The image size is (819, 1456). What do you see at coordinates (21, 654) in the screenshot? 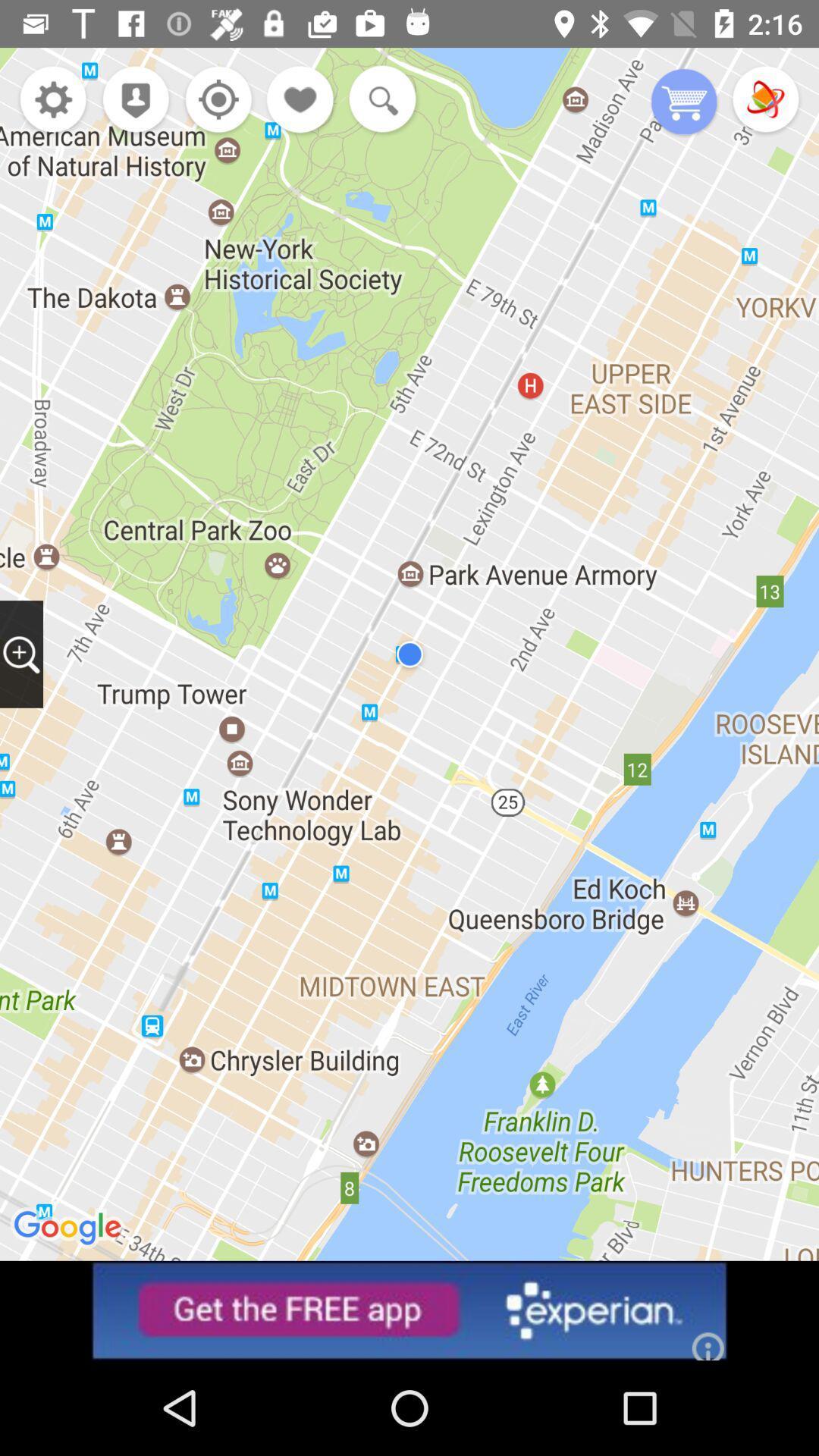
I see `zooming the location` at bounding box center [21, 654].